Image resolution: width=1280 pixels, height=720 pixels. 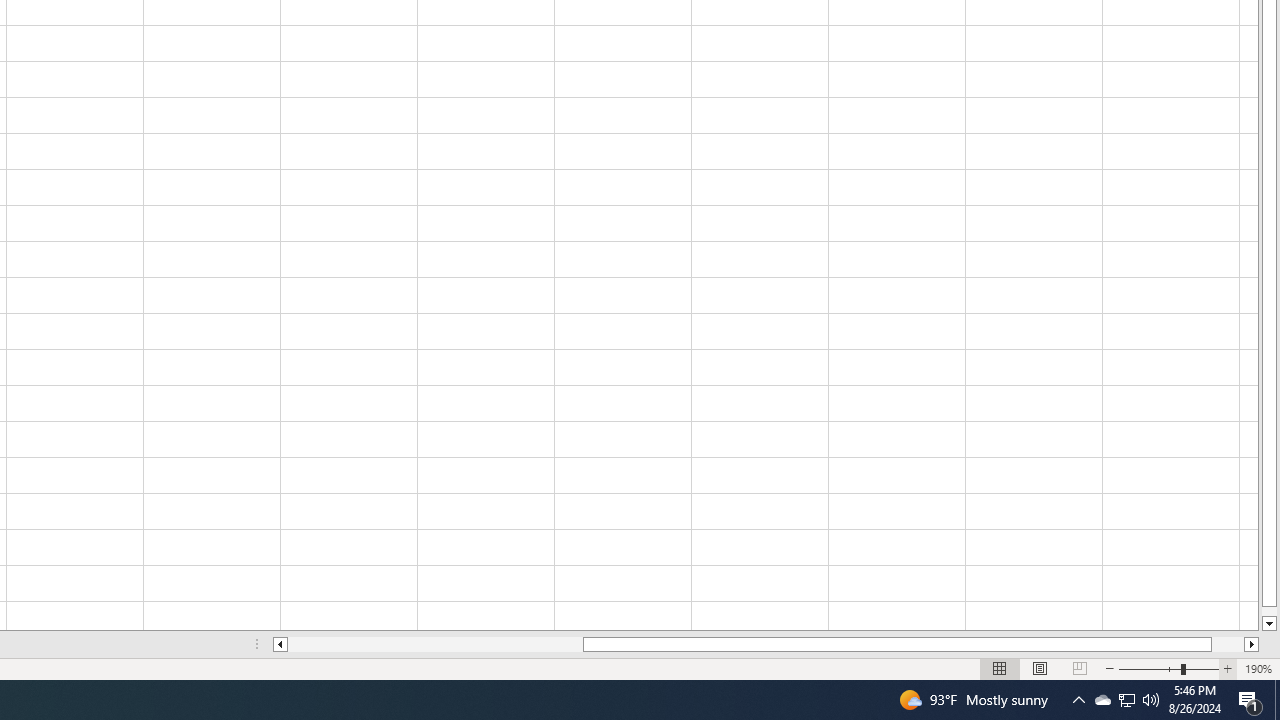 What do you see at coordinates (1268, 610) in the screenshot?
I see `'Page down'` at bounding box center [1268, 610].